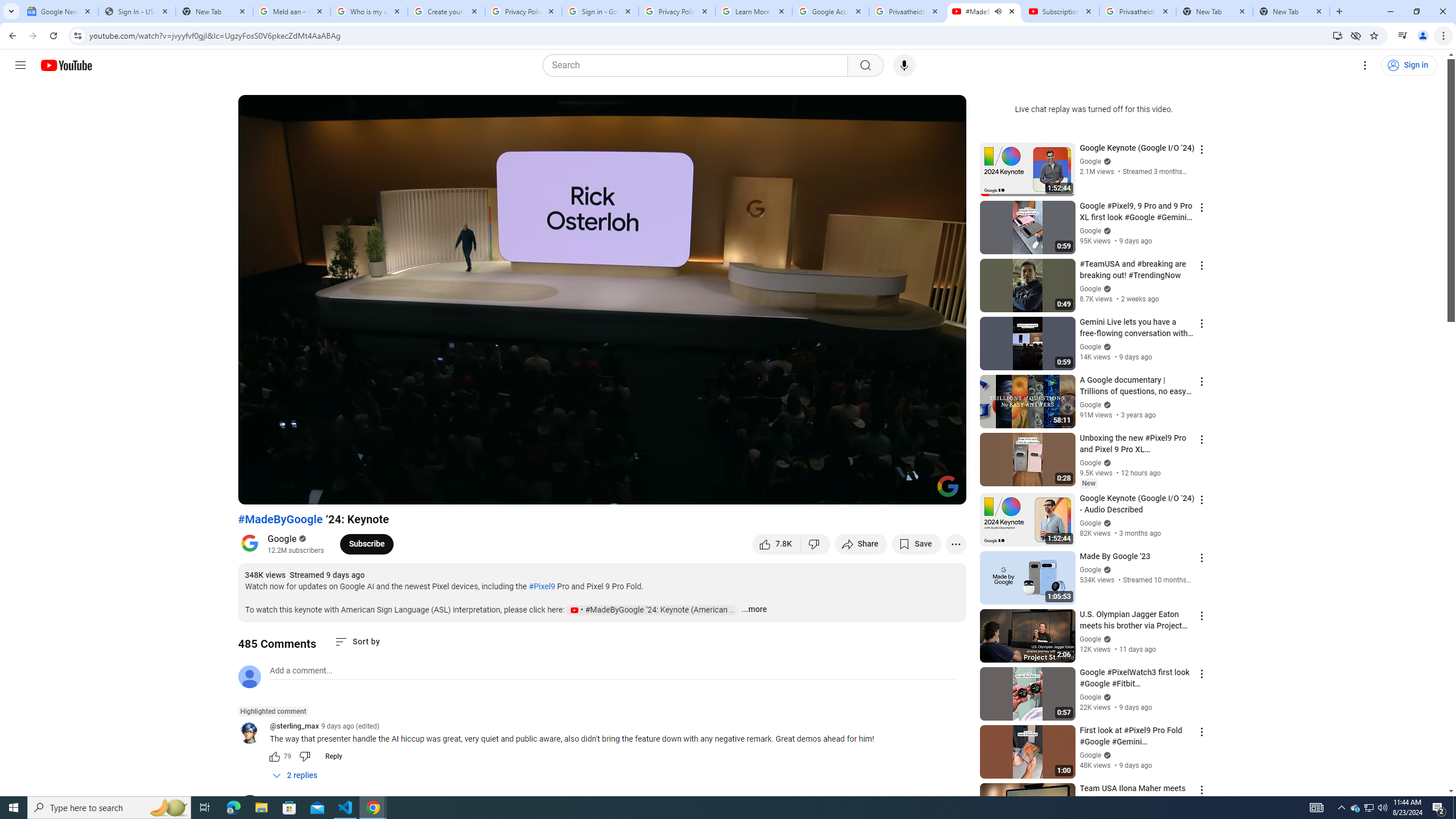 This screenshot has height=819, width=1456. What do you see at coordinates (904, 65) in the screenshot?
I see `'Search with your voice'` at bounding box center [904, 65].